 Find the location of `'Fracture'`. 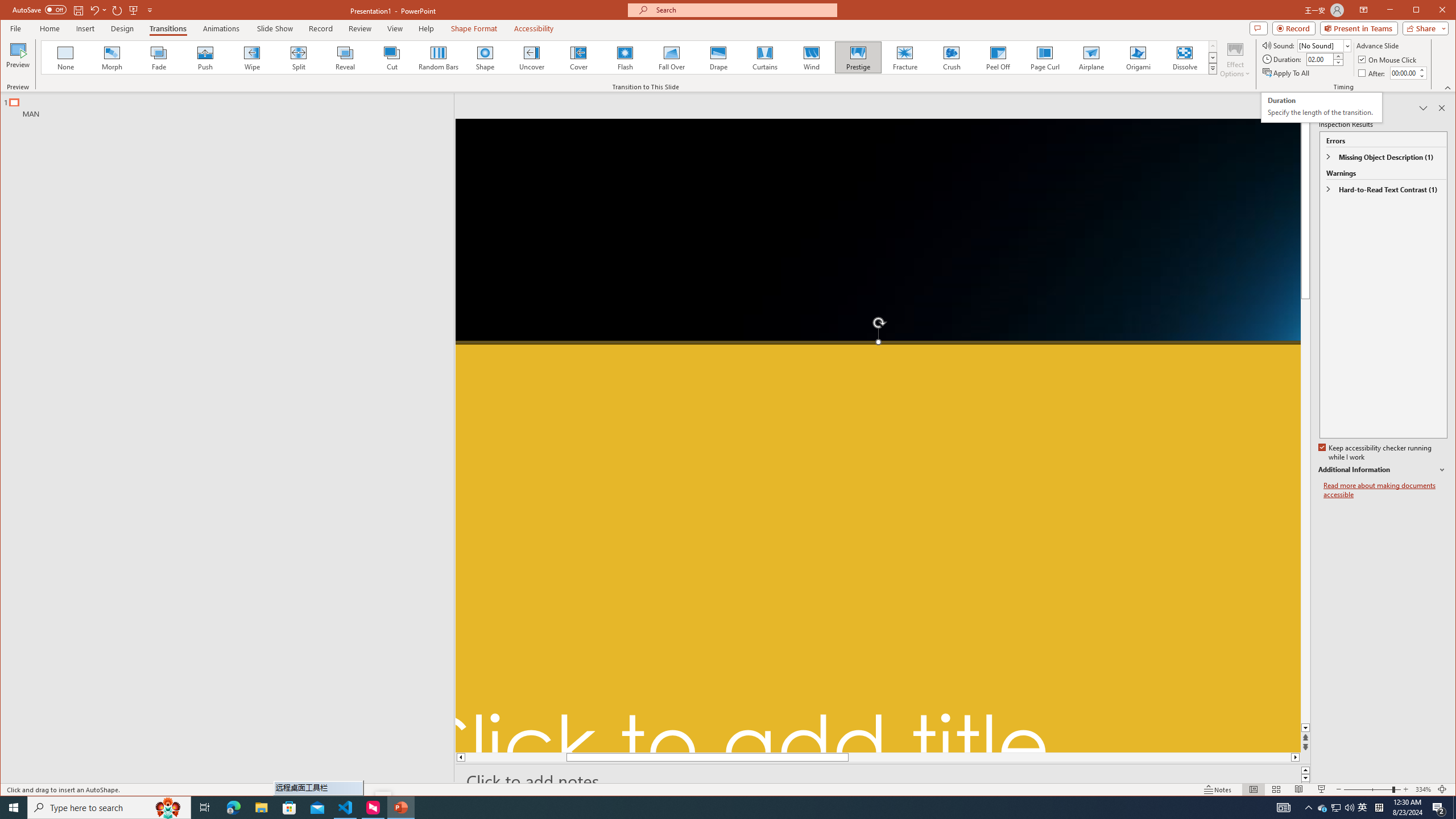

'Fracture' is located at coordinates (904, 57).